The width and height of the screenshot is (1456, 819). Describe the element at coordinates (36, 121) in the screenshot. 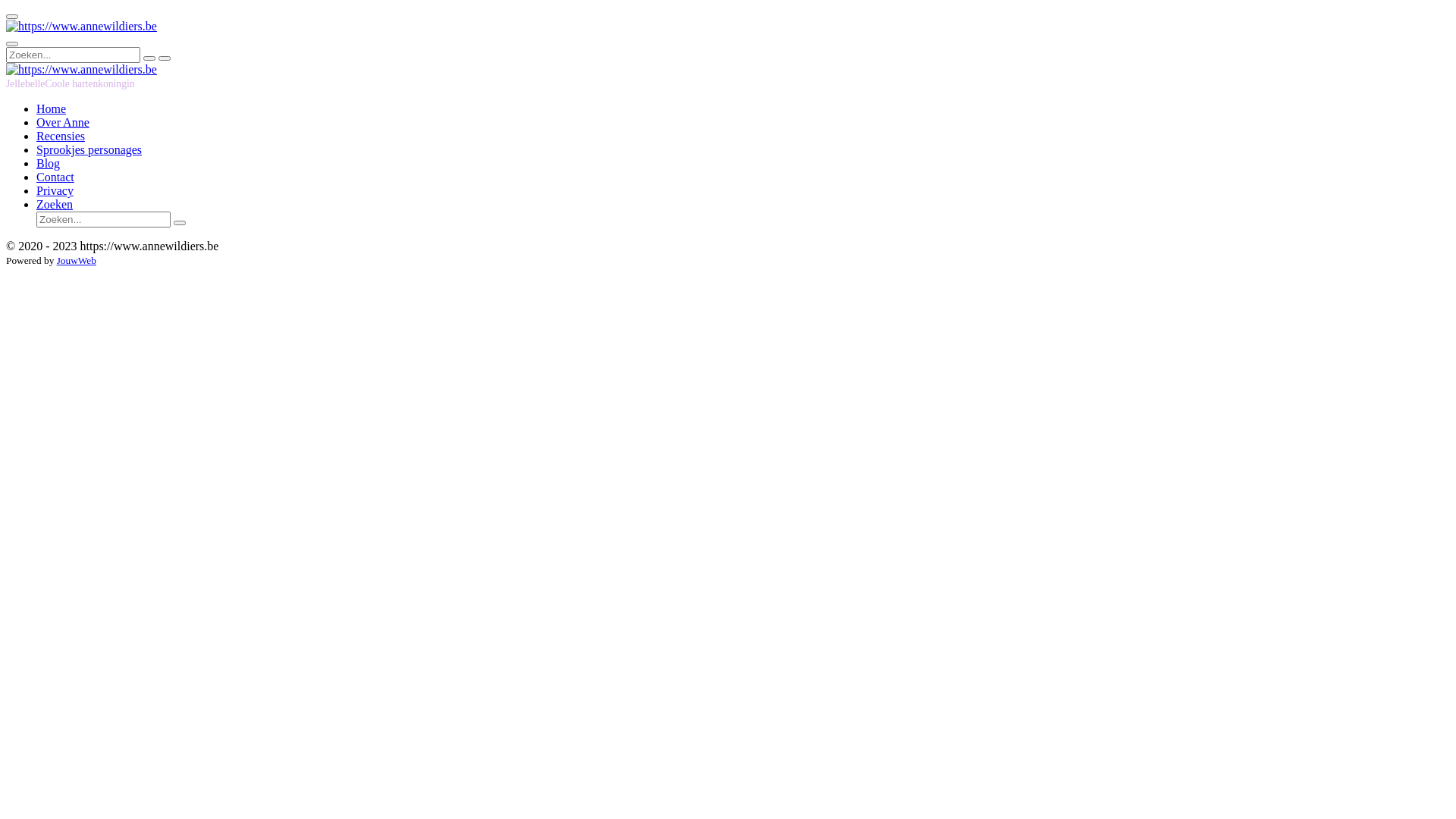

I see `'Over Anne'` at that location.